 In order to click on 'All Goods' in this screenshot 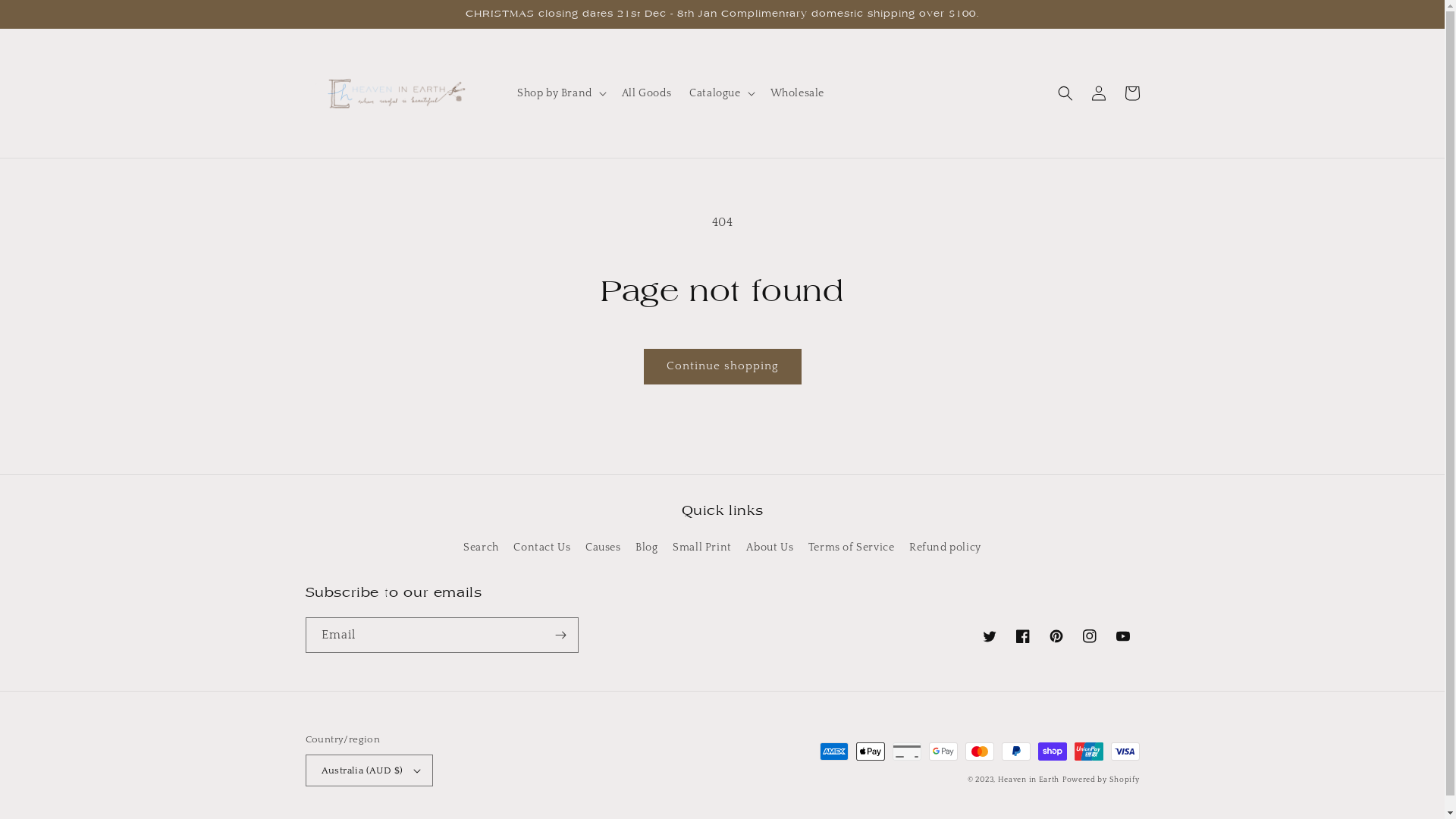, I will do `click(646, 93)`.